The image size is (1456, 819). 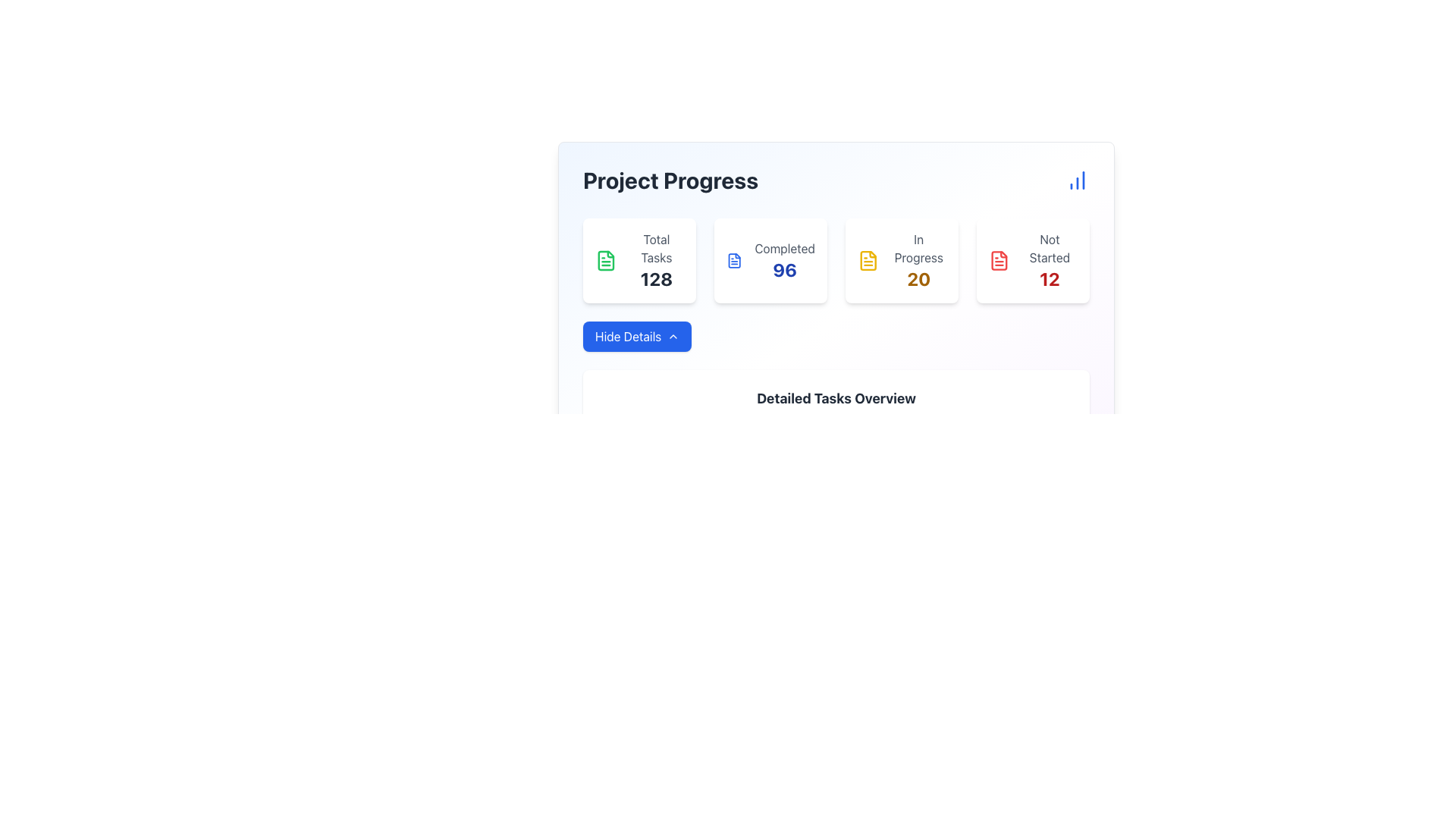 I want to click on the 'Completed' status icon located in the second column of the status cards grid, positioned between 'Total Tasks' and 'In Progress', so click(x=734, y=259).